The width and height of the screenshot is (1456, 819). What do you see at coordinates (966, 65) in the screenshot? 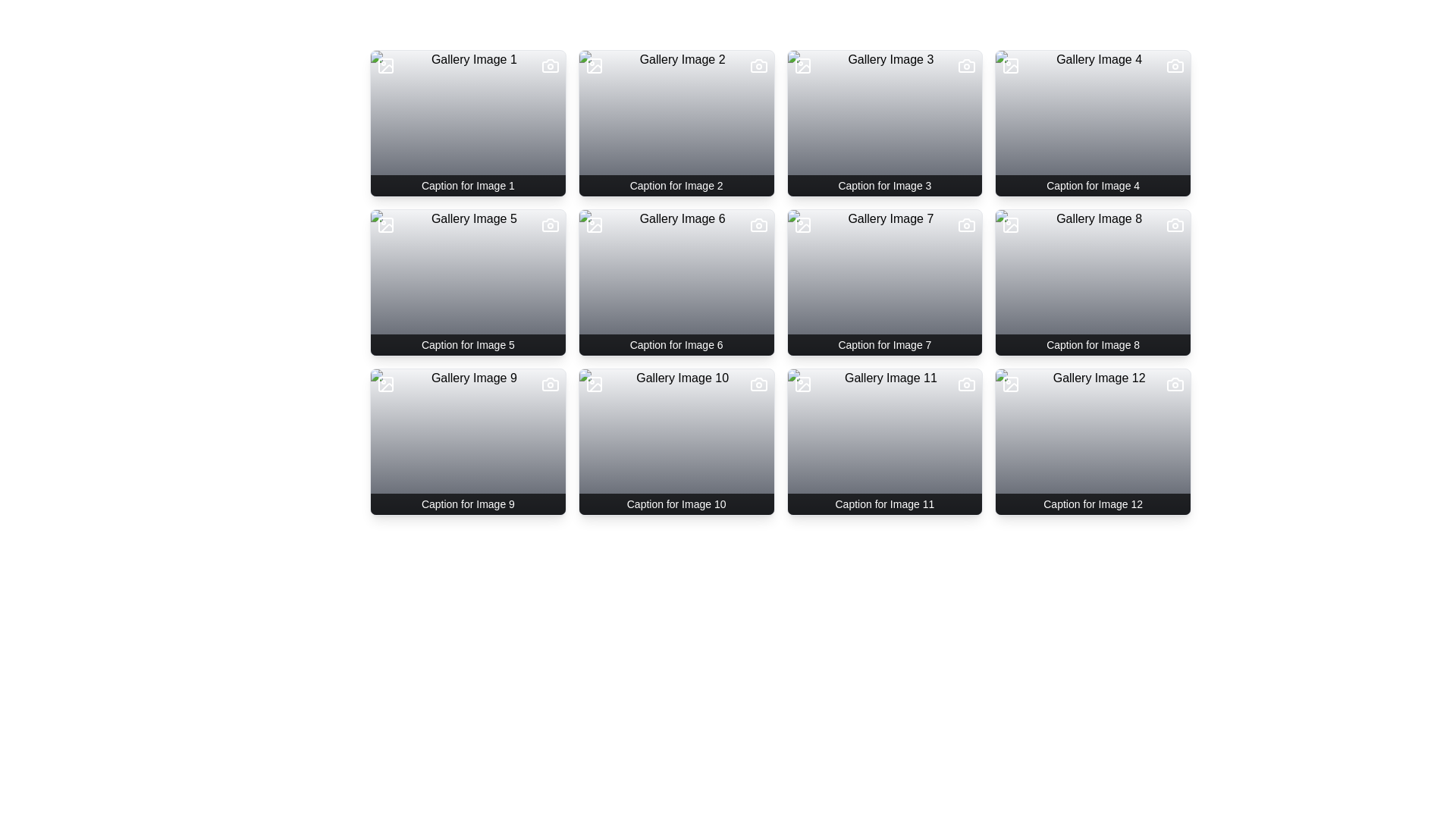
I see `the camera icon located at the top-right corner of the card titled 'Gallery Image 3' with the caption 'Caption for Image 3' for interaction` at bounding box center [966, 65].